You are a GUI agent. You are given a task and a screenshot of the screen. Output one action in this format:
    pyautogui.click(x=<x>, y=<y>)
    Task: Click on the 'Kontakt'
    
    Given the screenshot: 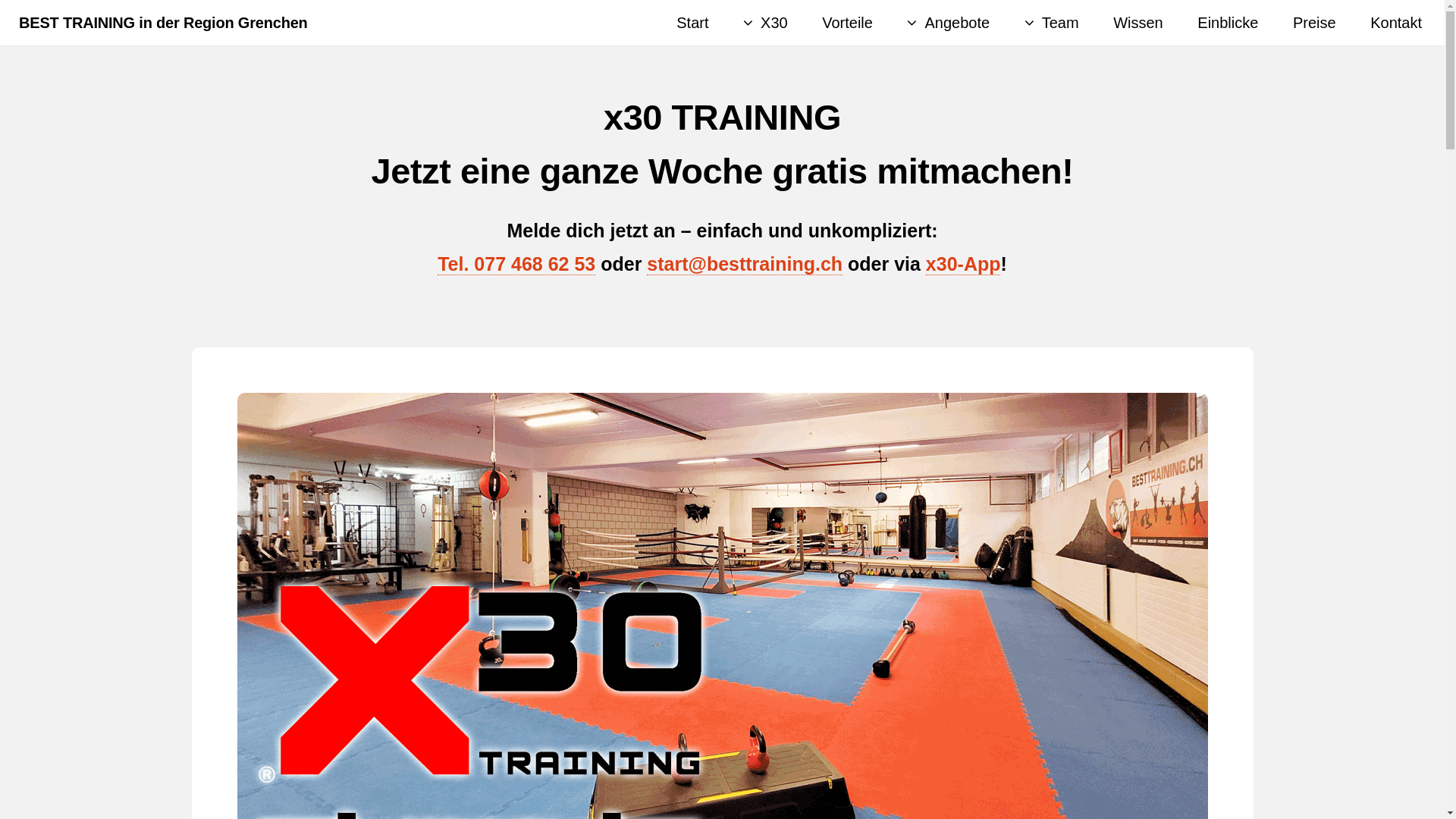 What is the action you would take?
    pyautogui.click(x=1395, y=23)
    